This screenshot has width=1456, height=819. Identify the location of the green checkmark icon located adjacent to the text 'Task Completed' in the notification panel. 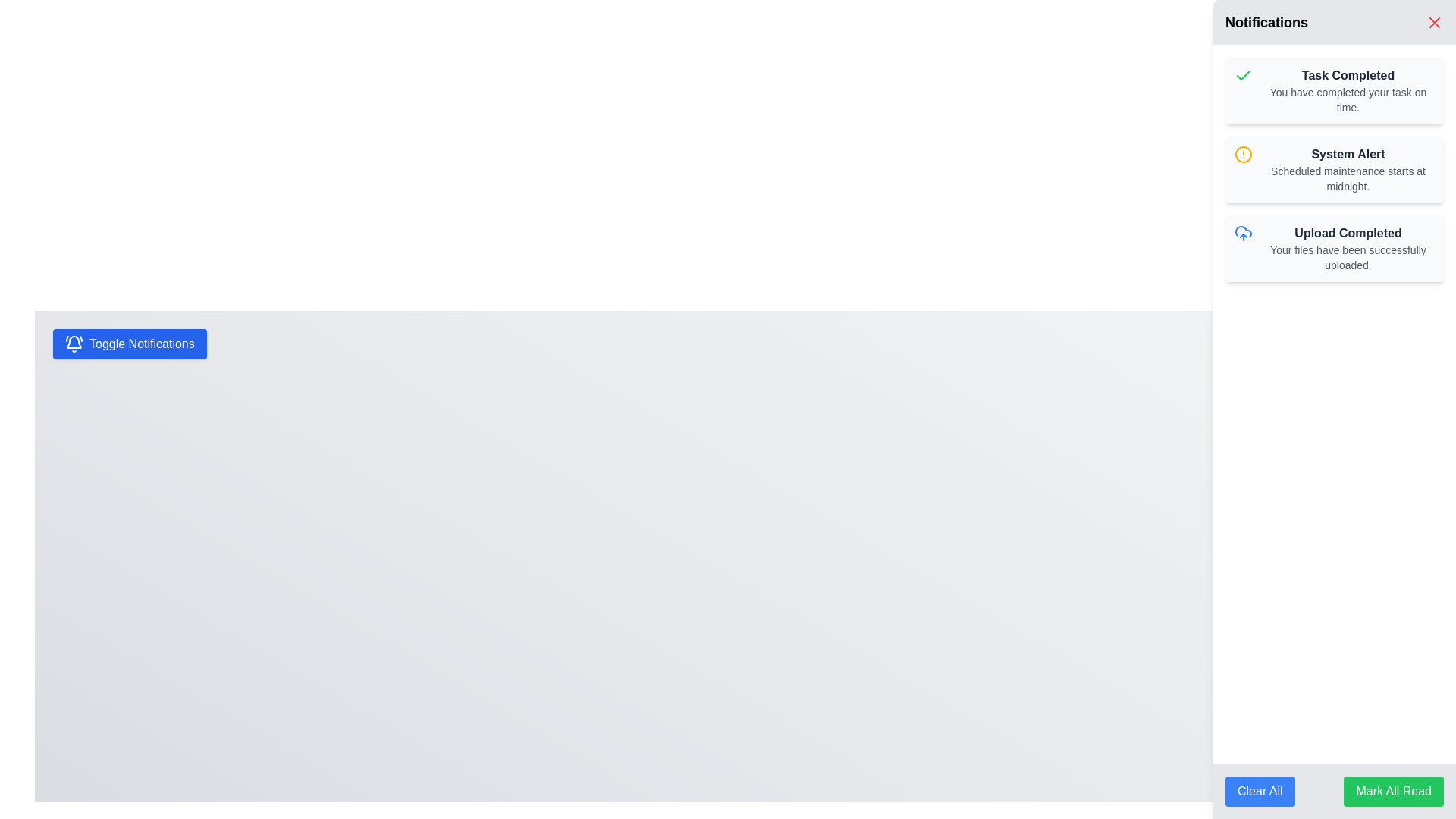
(1244, 75).